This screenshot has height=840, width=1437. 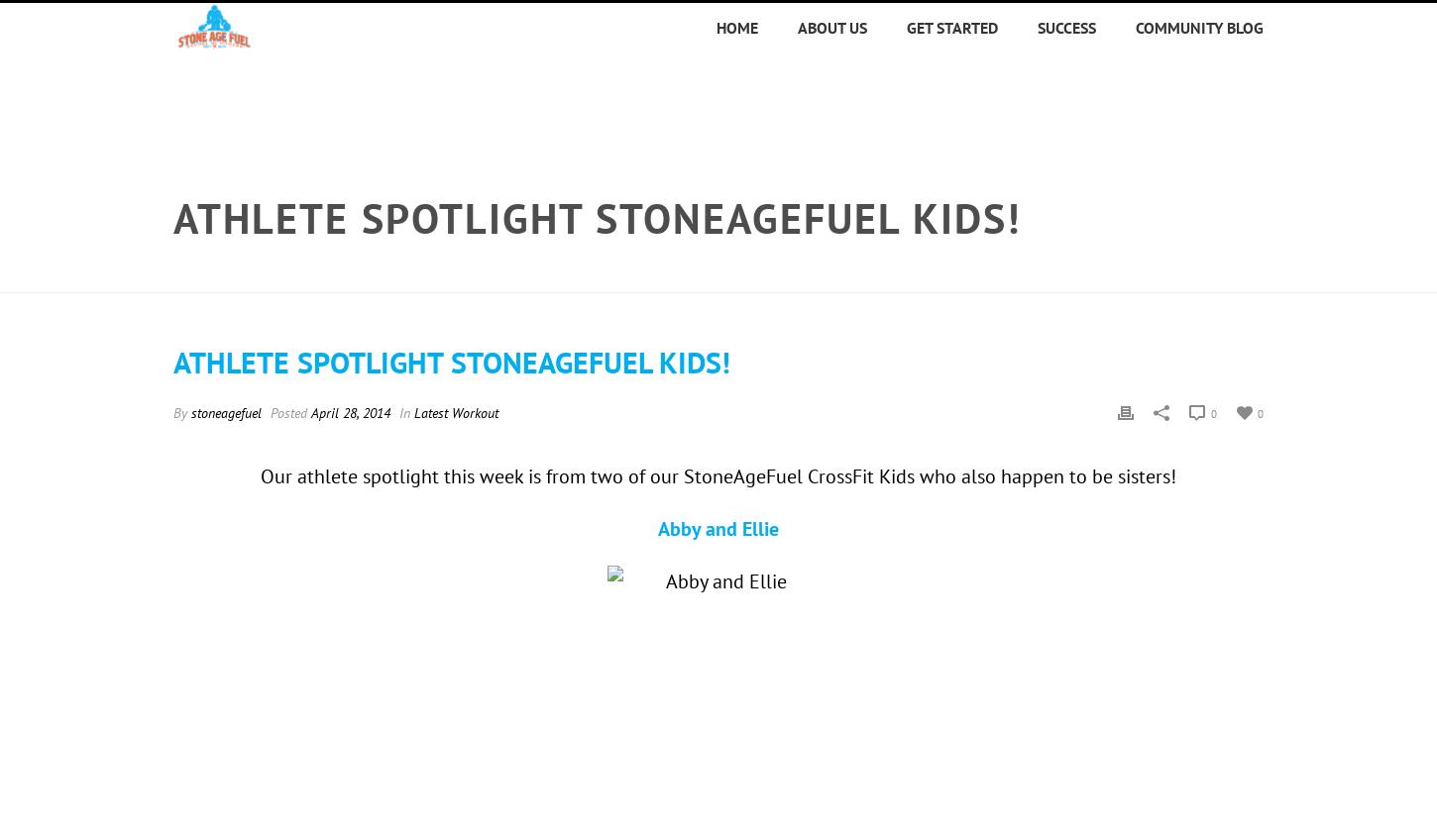 I want to click on 'Posted', so click(x=288, y=412).